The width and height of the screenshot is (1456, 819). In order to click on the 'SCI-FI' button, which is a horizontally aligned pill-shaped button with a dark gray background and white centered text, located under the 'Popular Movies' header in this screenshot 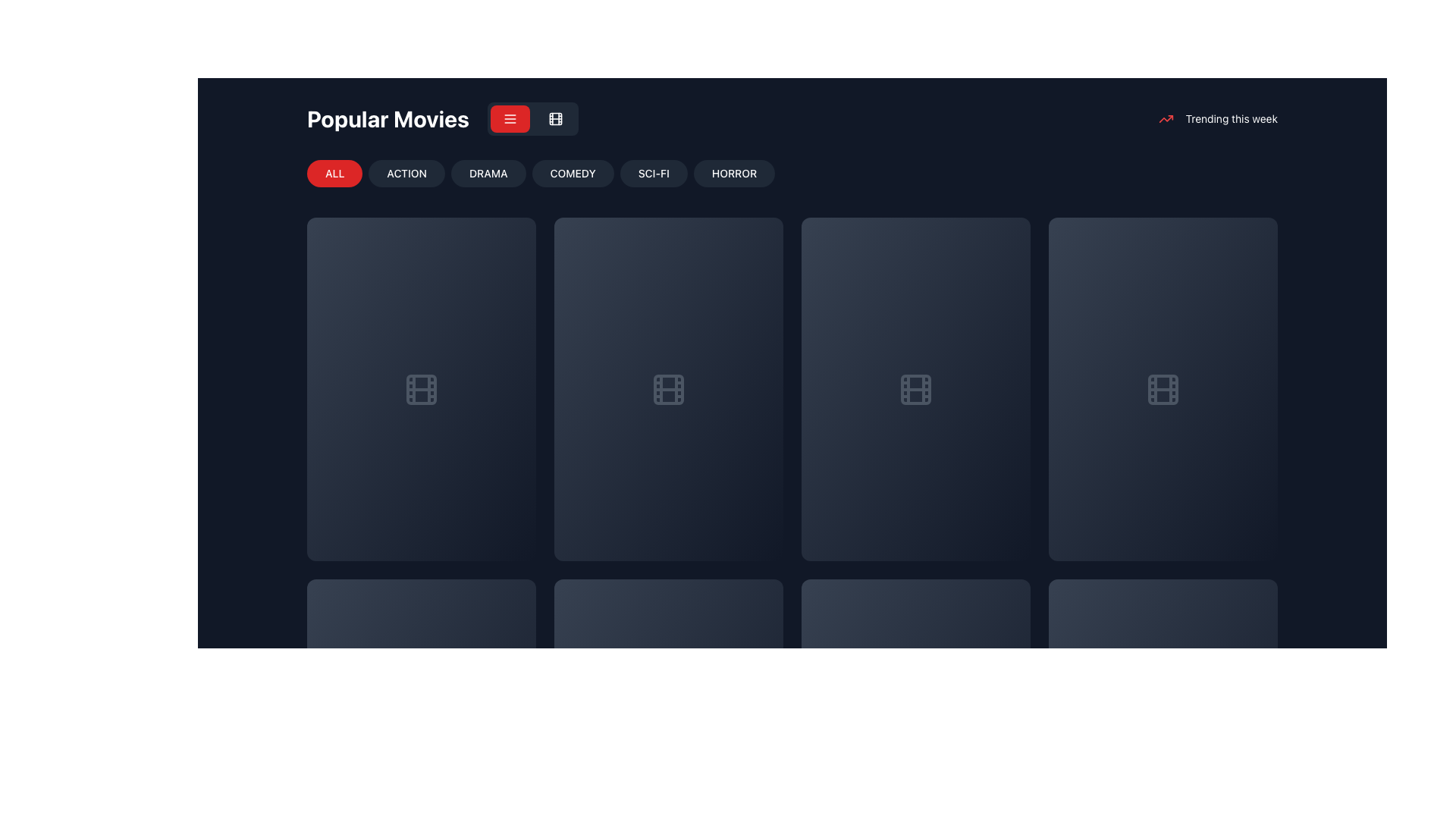, I will do `click(654, 172)`.